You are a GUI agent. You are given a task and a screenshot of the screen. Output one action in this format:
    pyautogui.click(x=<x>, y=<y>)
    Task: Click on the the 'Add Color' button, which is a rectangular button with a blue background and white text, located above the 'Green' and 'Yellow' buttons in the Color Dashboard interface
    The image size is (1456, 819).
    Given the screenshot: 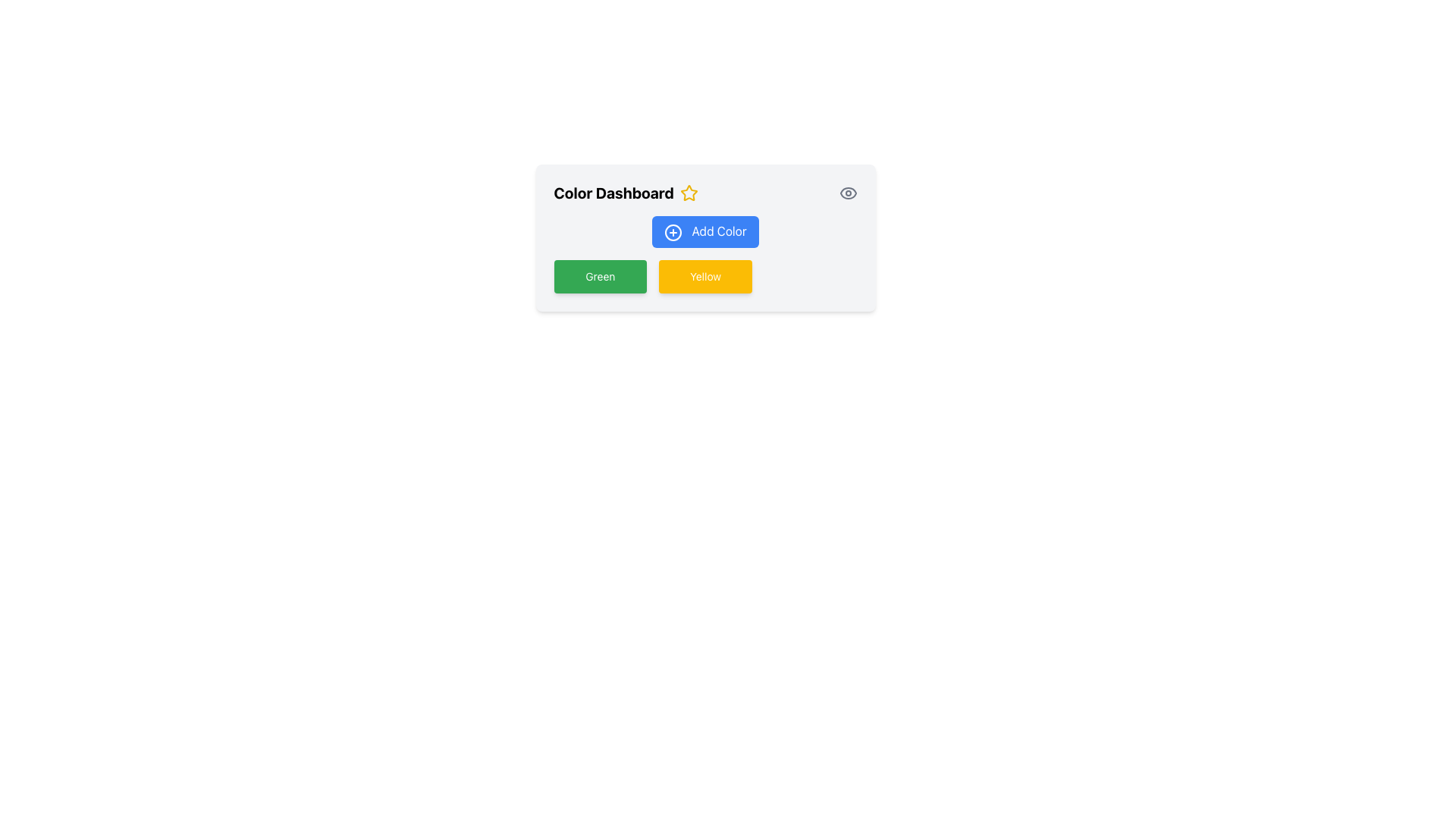 What is the action you would take?
    pyautogui.click(x=704, y=231)
    